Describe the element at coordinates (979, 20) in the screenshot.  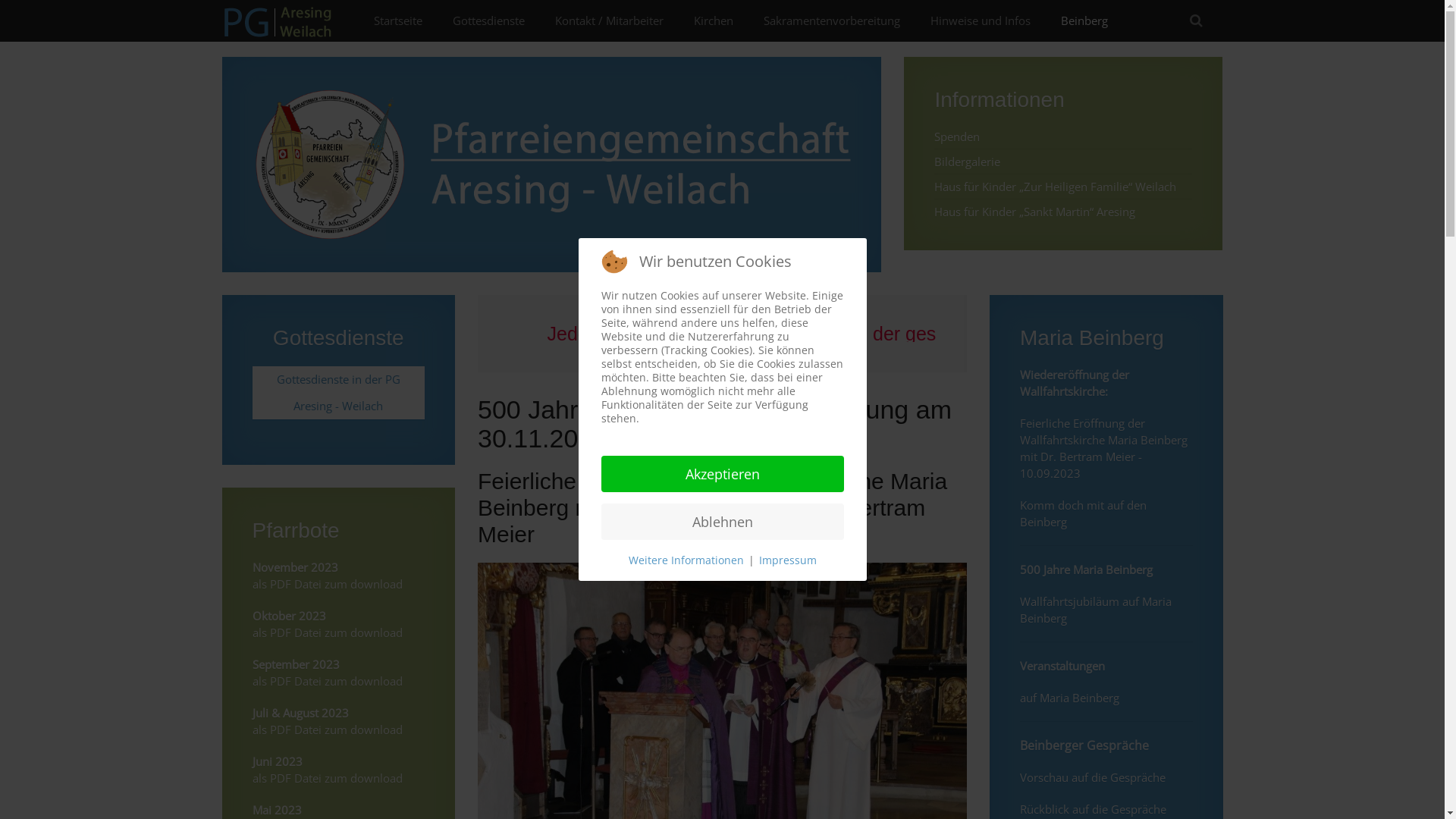
I see `'Hinweise und Infos'` at that location.